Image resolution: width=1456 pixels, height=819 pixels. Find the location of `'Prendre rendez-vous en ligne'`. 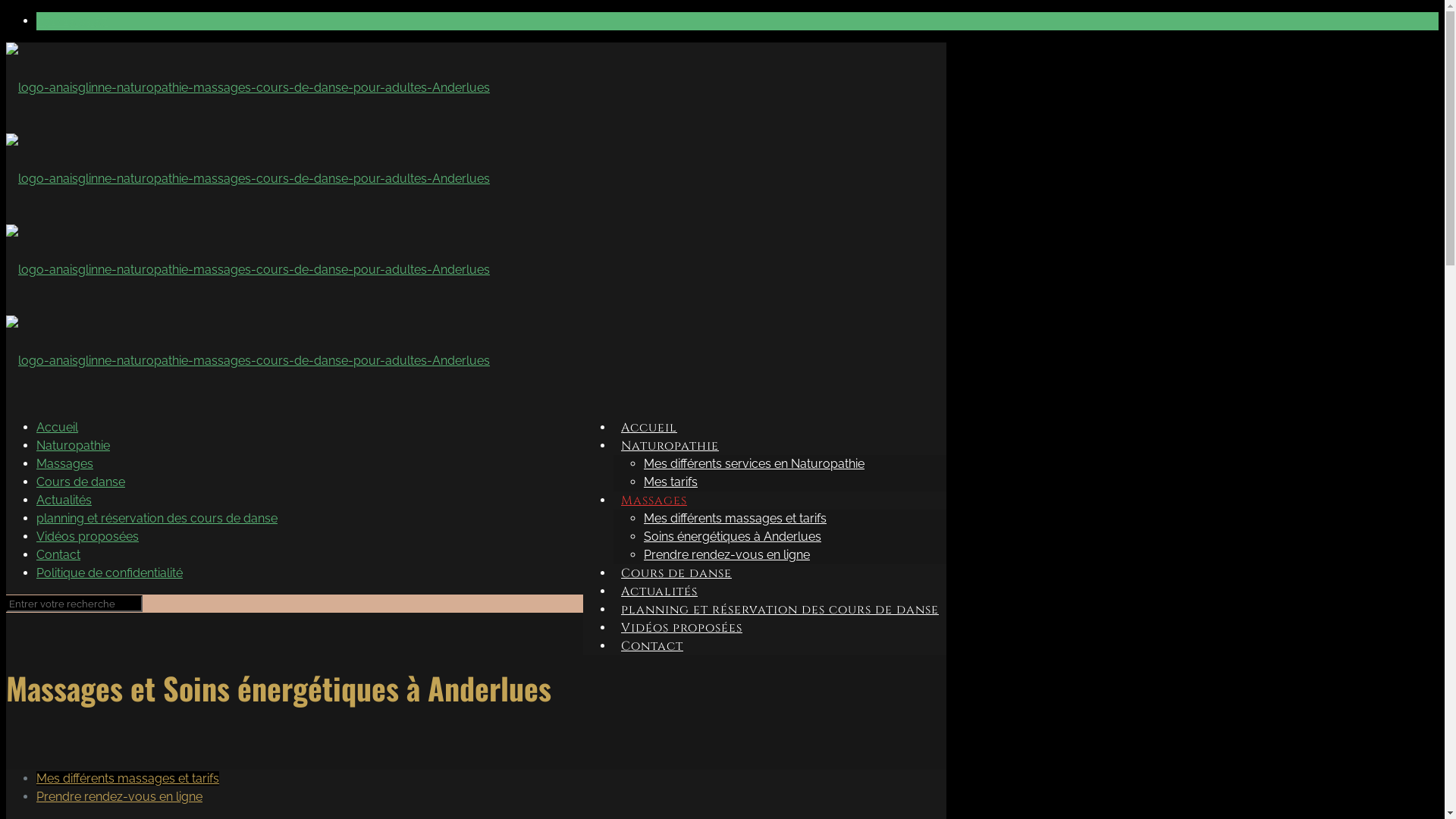

'Prendre rendez-vous en ligne' is located at coordinates (726, 554).